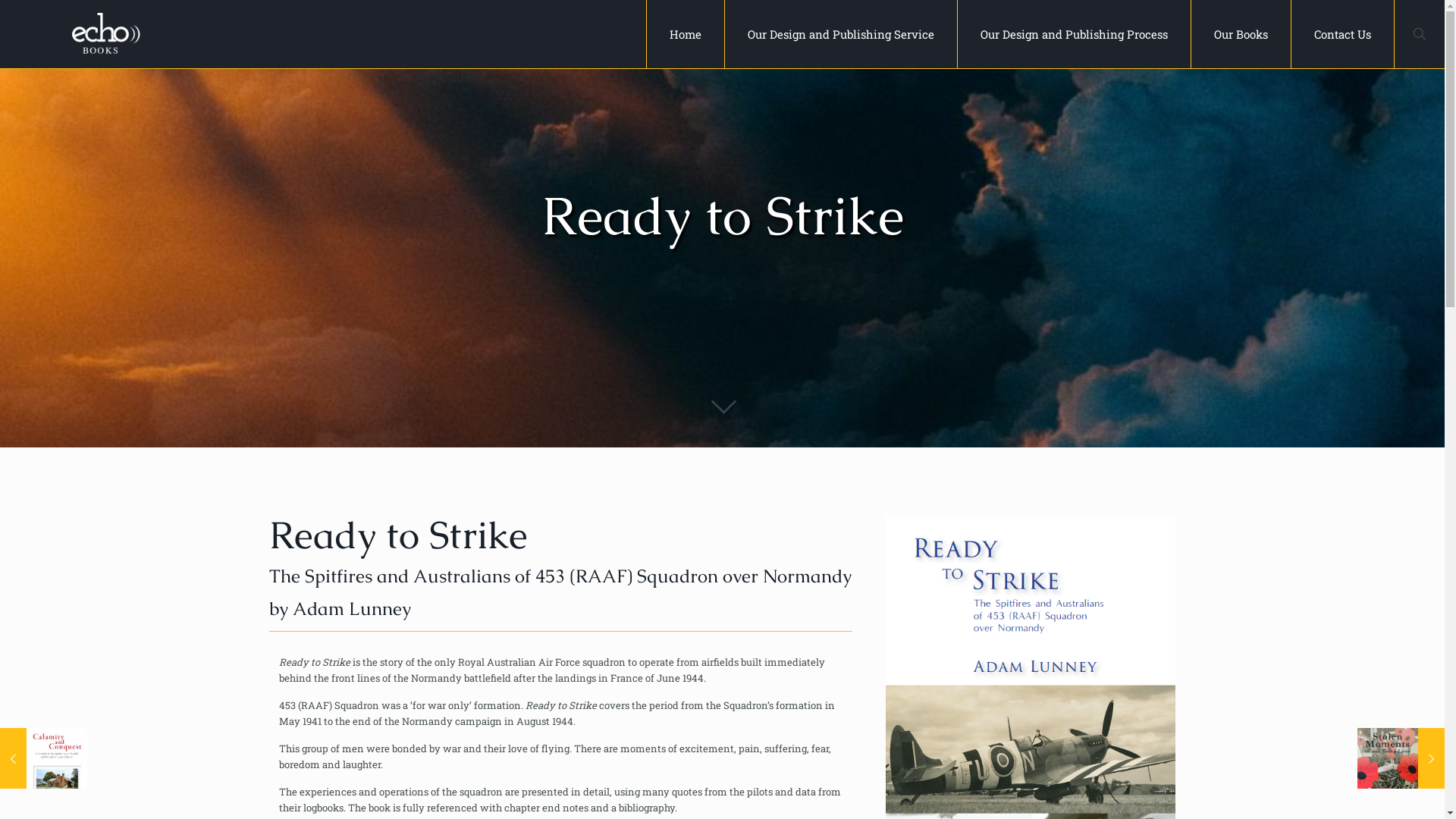 The image size is (1456, 819). What do you see at coordinates (684, 34) in the screenshot?
I see `'Home'` at bounding box center [684, 34].